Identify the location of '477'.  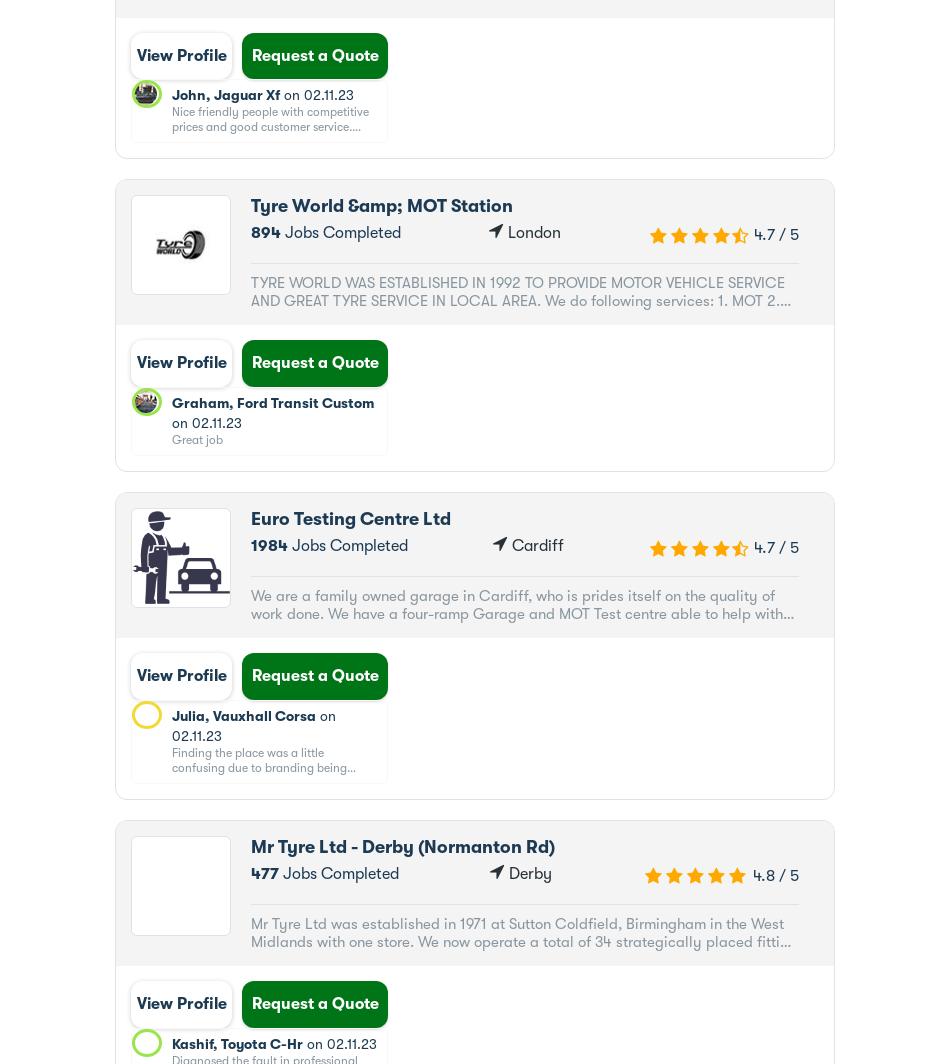
(263, 873).